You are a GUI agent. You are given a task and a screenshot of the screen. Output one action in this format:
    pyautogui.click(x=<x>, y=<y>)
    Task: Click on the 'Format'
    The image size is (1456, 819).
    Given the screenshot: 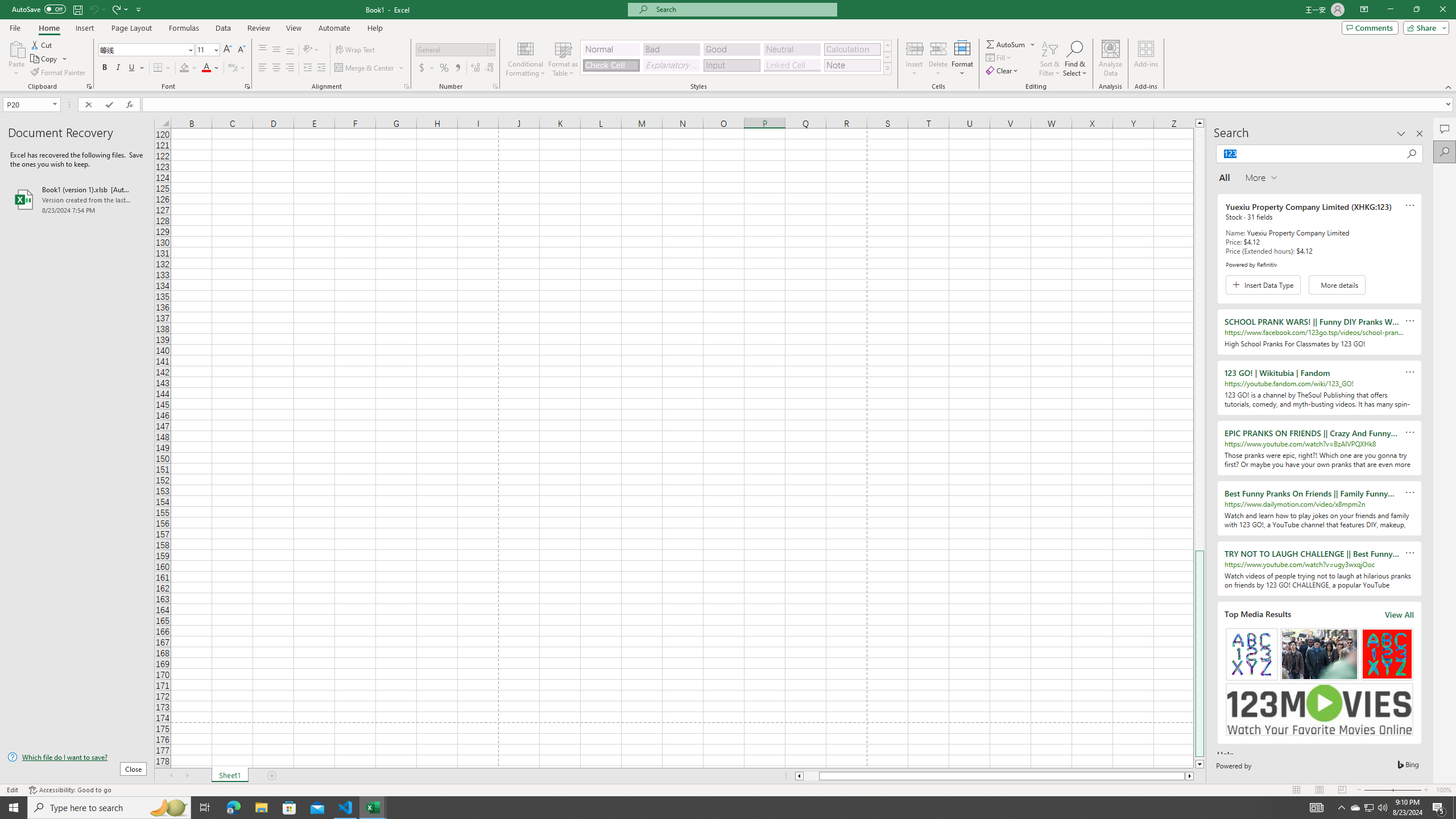 What is the action you would take?
    pyautogui.click(x=962, y=59)
    